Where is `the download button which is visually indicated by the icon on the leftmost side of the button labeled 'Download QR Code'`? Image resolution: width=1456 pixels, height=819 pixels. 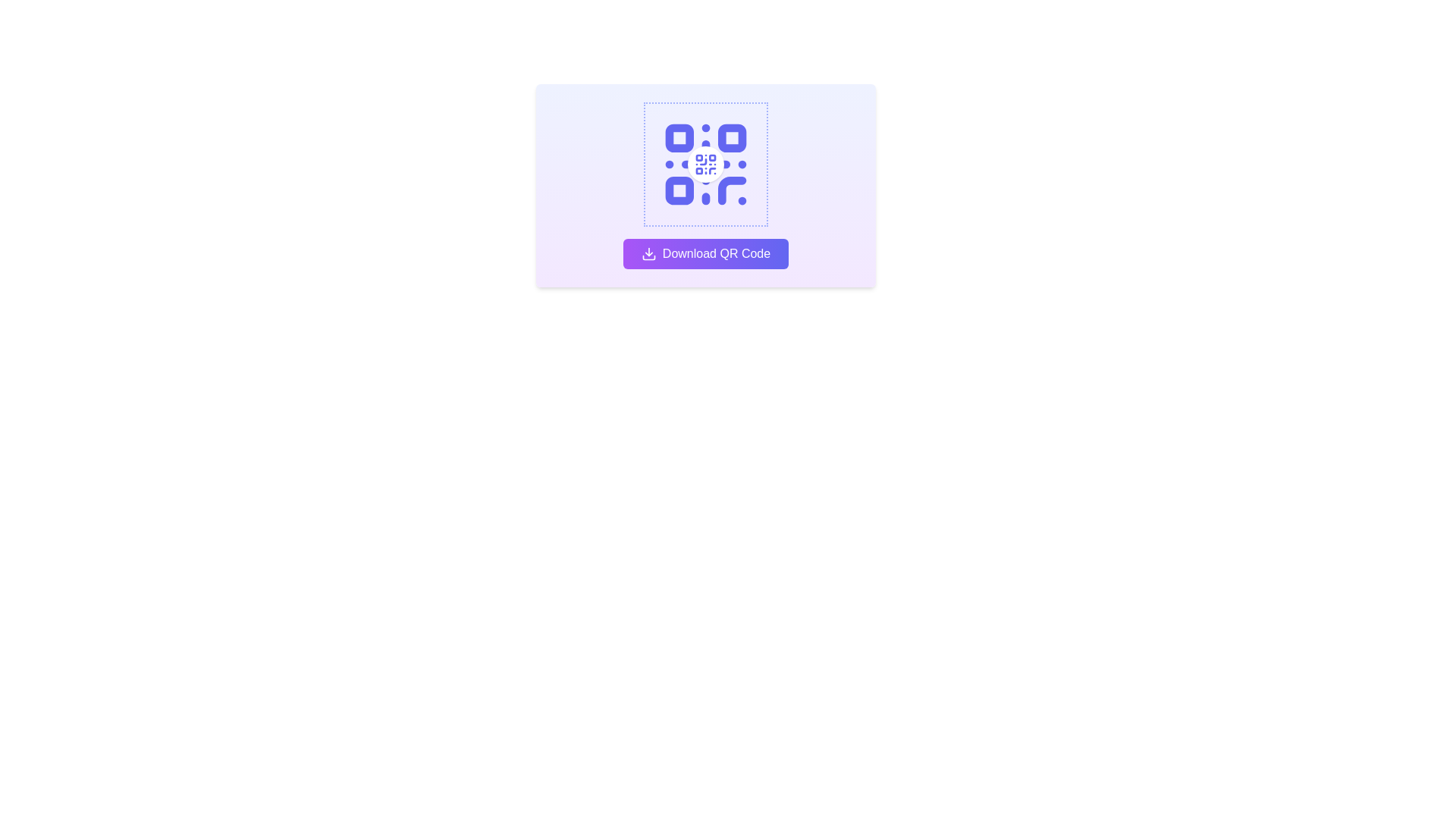 the download button which is visually indicated by the icon on the leftmost side of the button labeled 'Download QR Code' is located at coordinates (648, 253).